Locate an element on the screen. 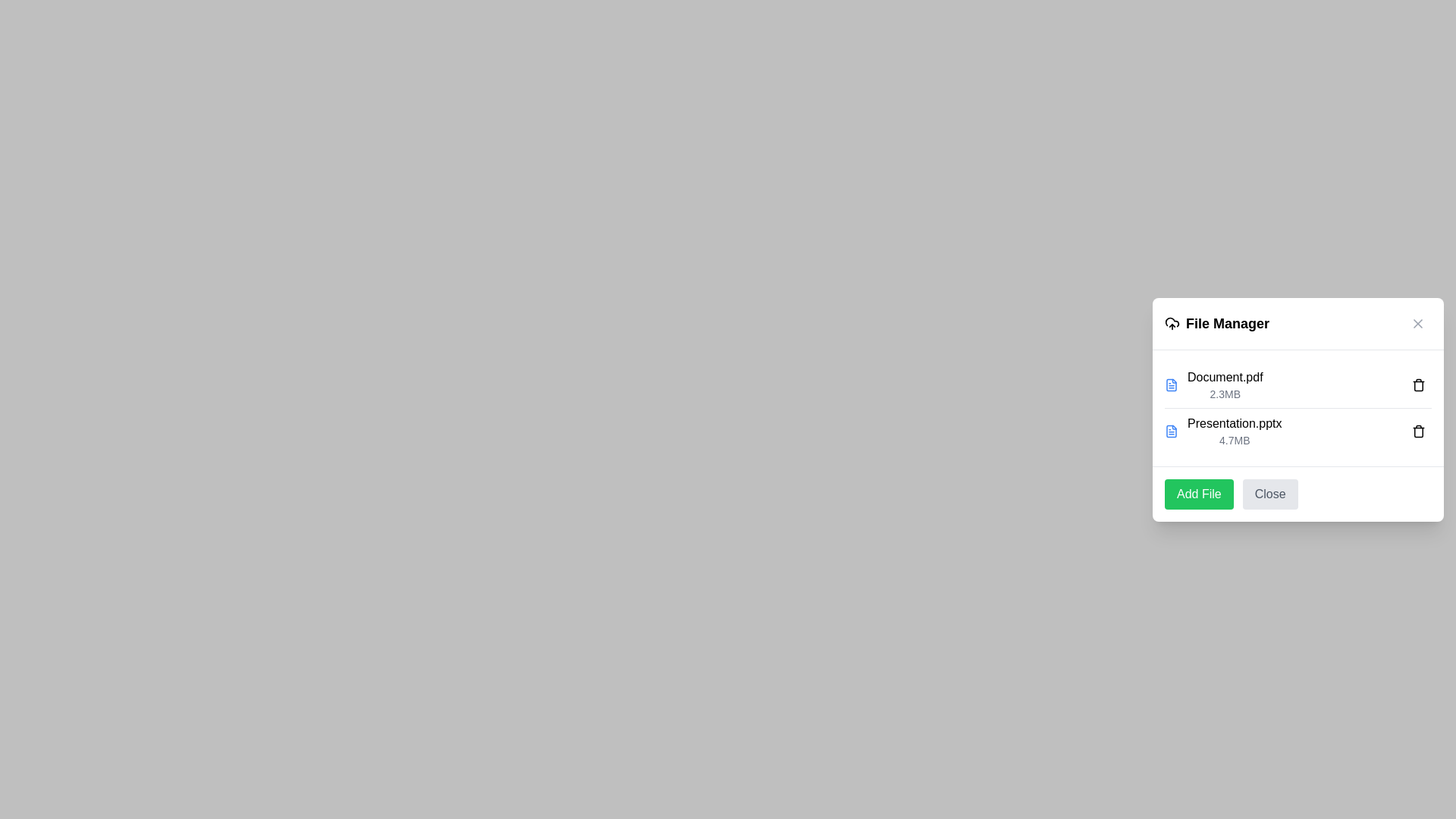  the trashcan icon located to the right of the file row labeled 'Presentation.pptx' is located at coordinates (1418, 430).